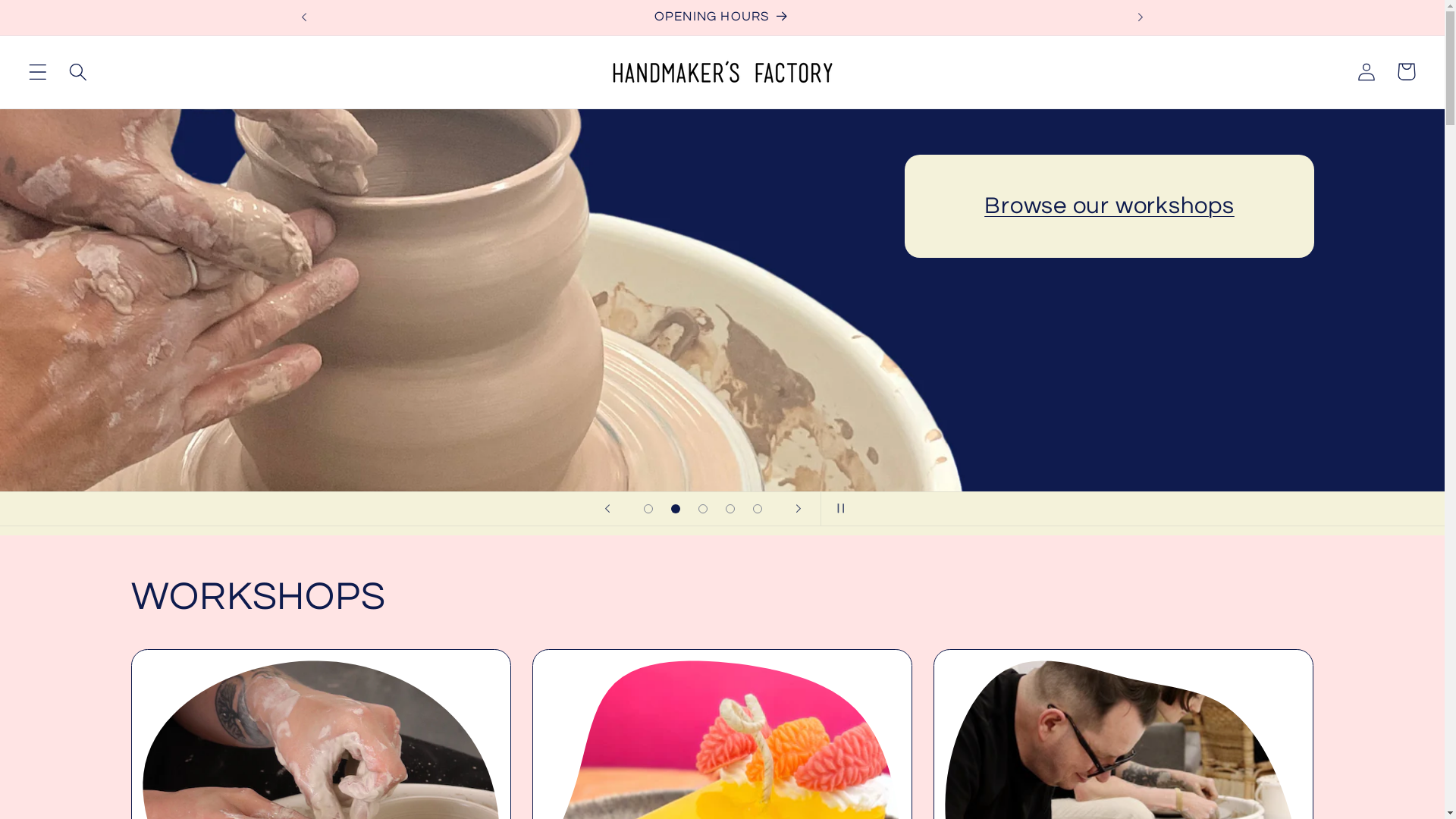 The image size is (1456, 819). Describe the element at coordinates (1405, 71) in the screenshot. I see `'Cart'` at that location.